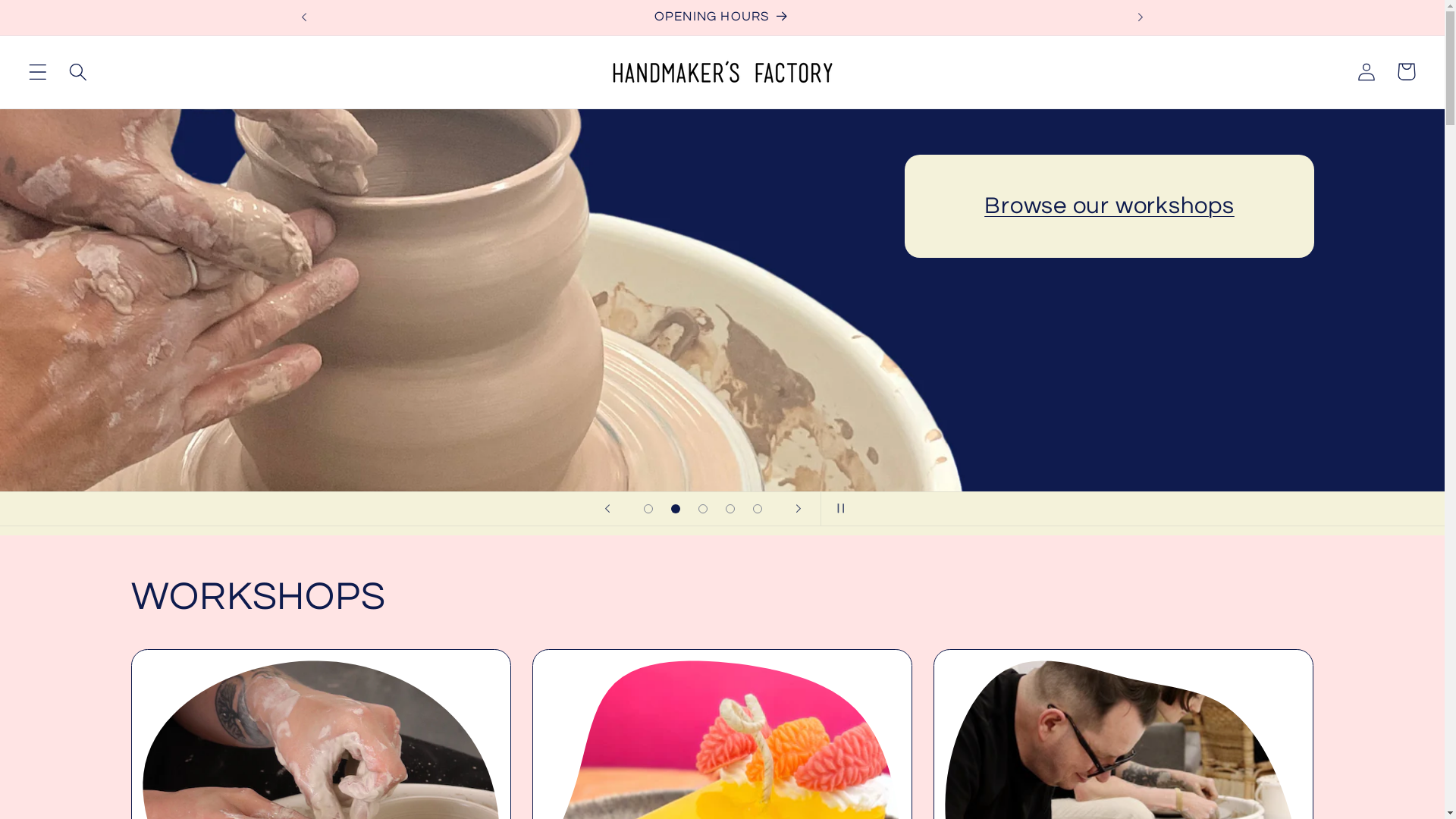 The image size is (1456, 819). Describe the element at coordinates (1405, 71) in the screenshot. I see `'Cart'` at that location.